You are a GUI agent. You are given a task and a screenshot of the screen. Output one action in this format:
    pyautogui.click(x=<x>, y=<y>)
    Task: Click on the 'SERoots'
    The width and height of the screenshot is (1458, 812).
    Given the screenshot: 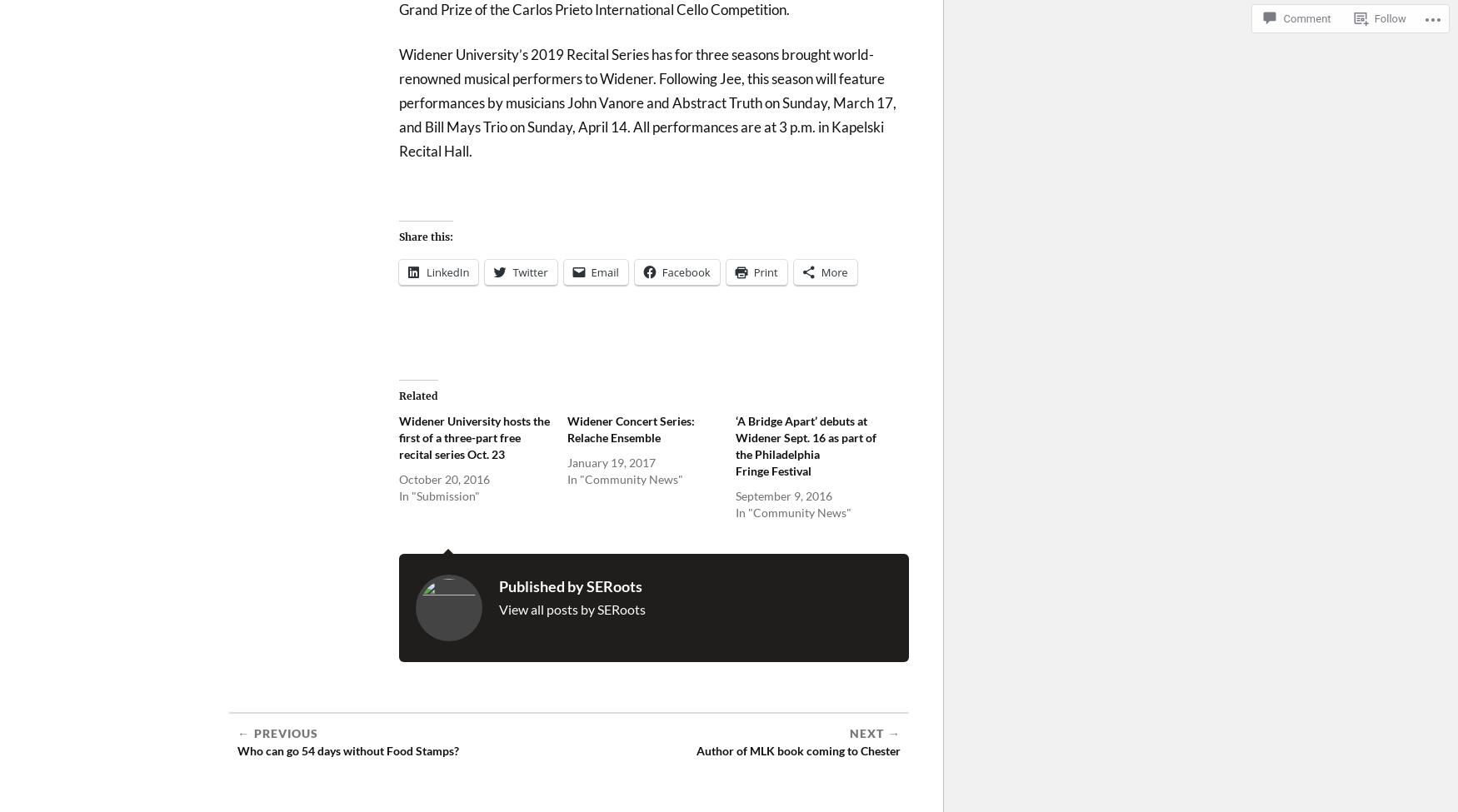 What is the action you would take?
    pyautogui.click(x=614, y=585)
    